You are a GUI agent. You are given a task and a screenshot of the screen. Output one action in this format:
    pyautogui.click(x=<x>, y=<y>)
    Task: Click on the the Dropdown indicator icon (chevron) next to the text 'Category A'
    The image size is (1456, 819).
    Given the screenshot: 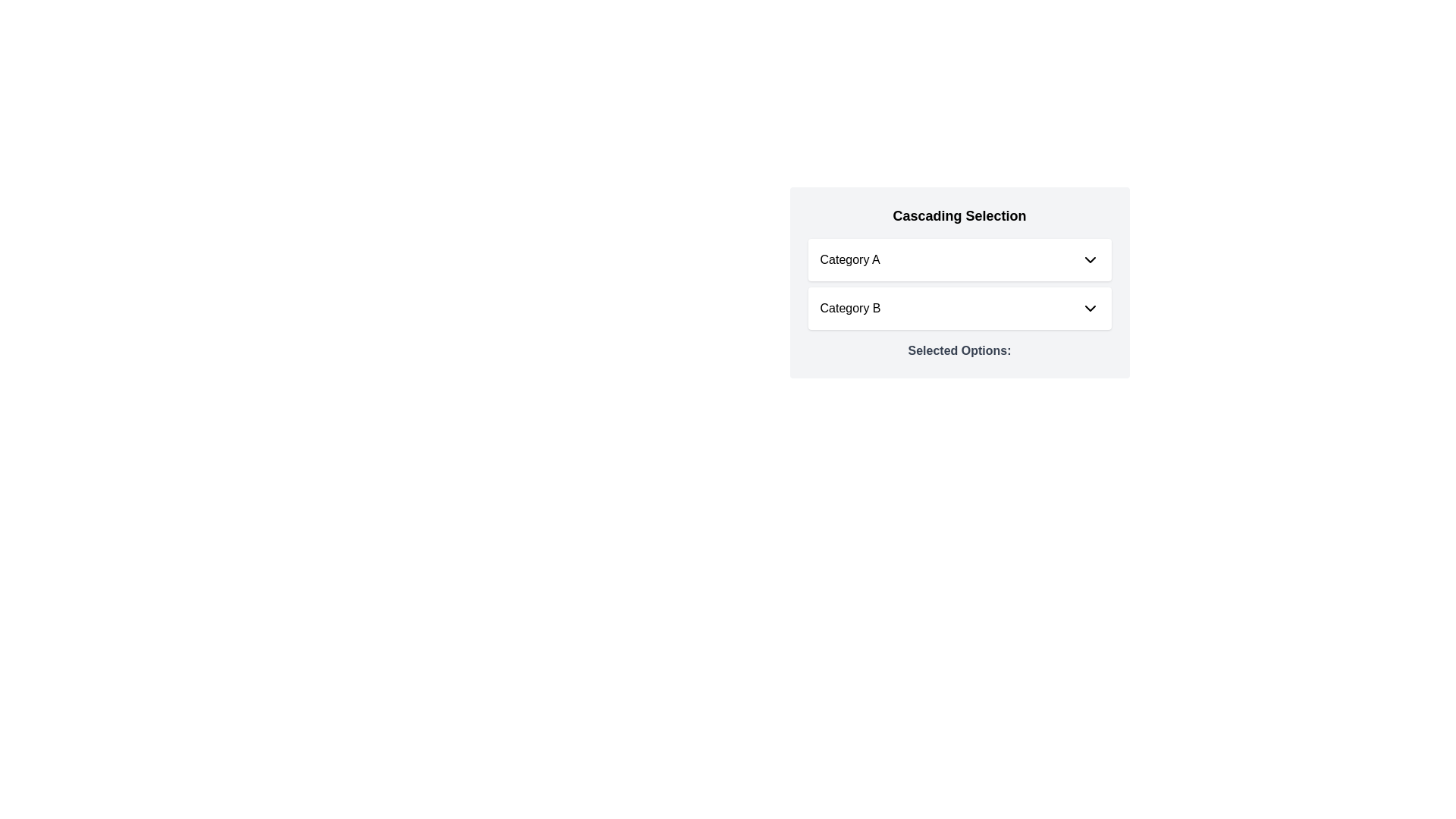 What is the action you would take?
    pyautogui.click(x=1089, y=259)
    